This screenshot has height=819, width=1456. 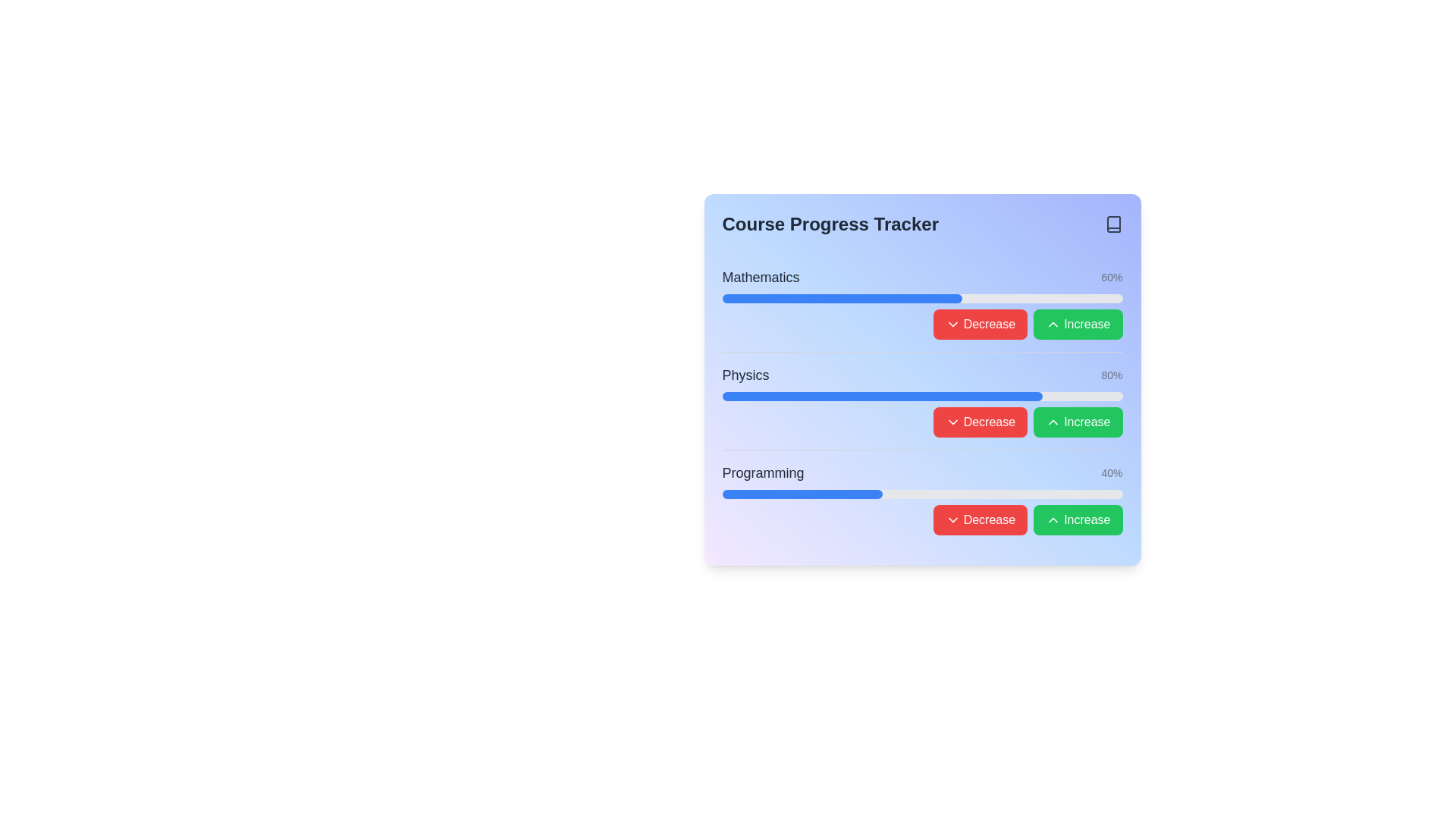 I want to click on displayed percentage value from the static text label indicating the completion of the 'Physics' progress bar, positioned between the 'Mathematics' and 'Programming' progress groups, so click(x=1112, y=375).